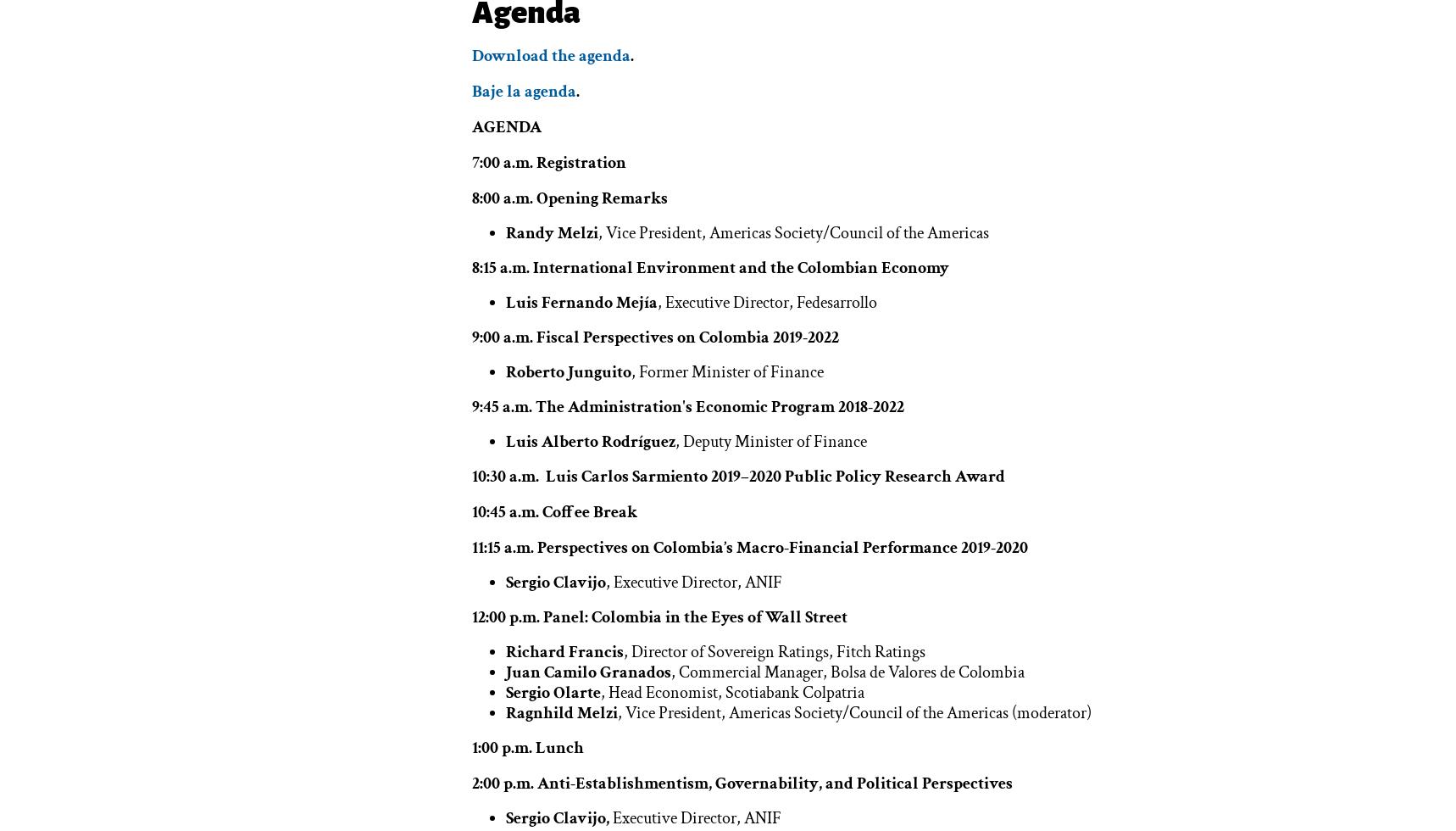 This screenshot has width=1456, height=831. Describe the element at coordinates (505, 692) in the screenshot. I see `'Sergio Olarte'` at that location.